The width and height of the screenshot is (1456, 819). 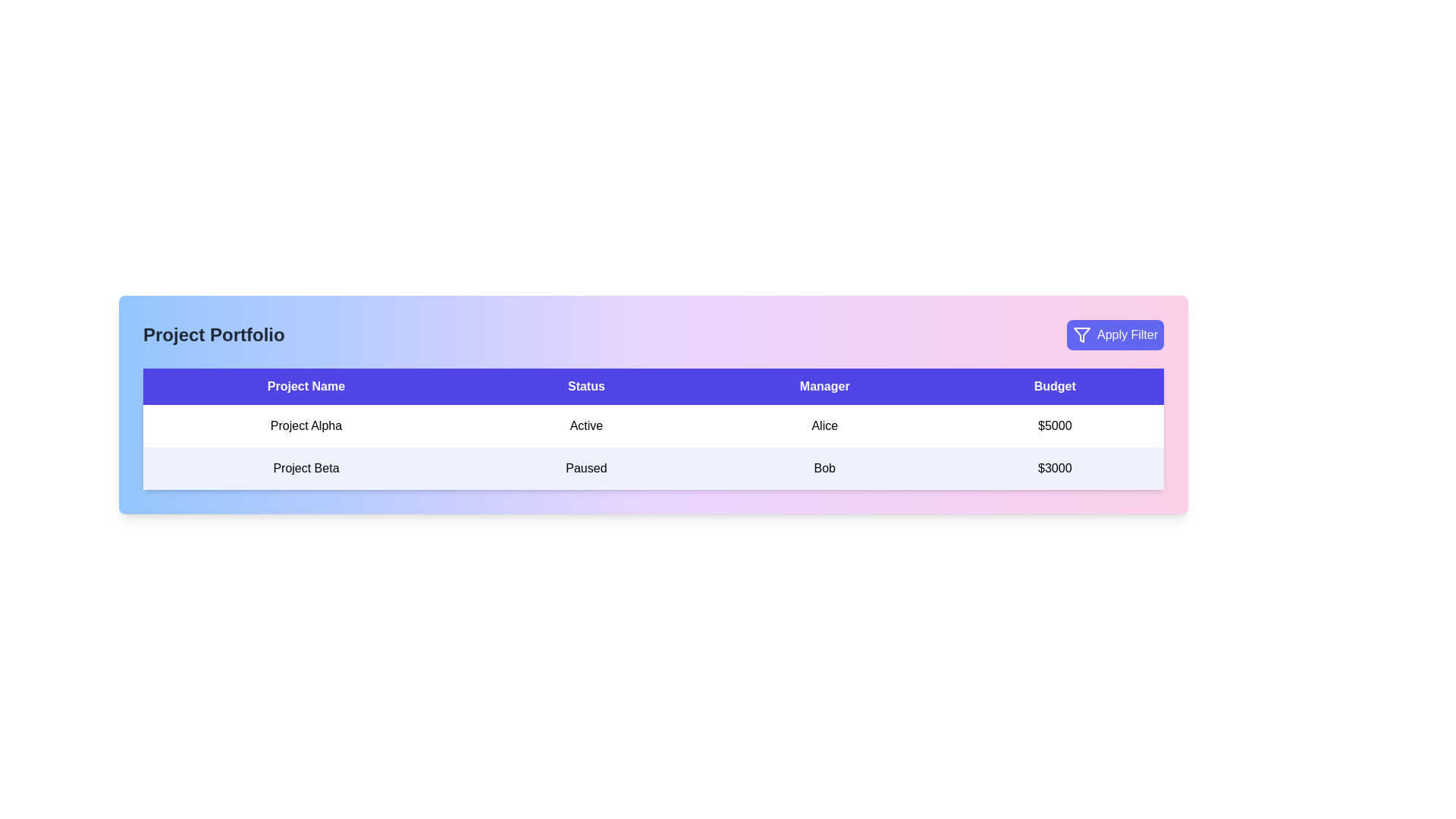 What do you see at coordinates (1054, 385) in the screenshot?
I see `text in the 'Budget' column header of the table, which is the fourth header from the left in a horizontal row of headers` at bounding box center [1054, 385].